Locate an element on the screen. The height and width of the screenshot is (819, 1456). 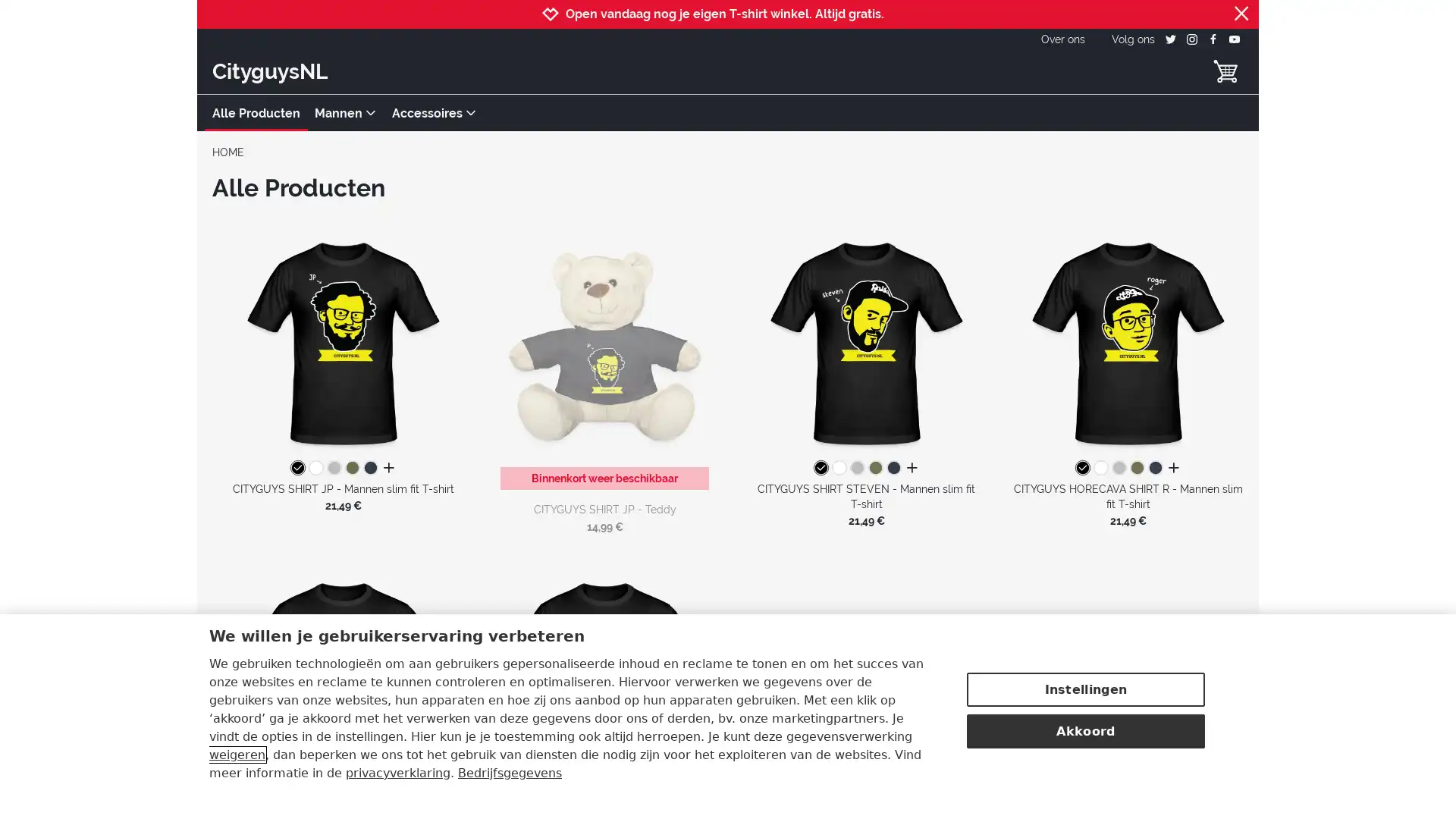
zwart is located at coordinates (1081, 468).